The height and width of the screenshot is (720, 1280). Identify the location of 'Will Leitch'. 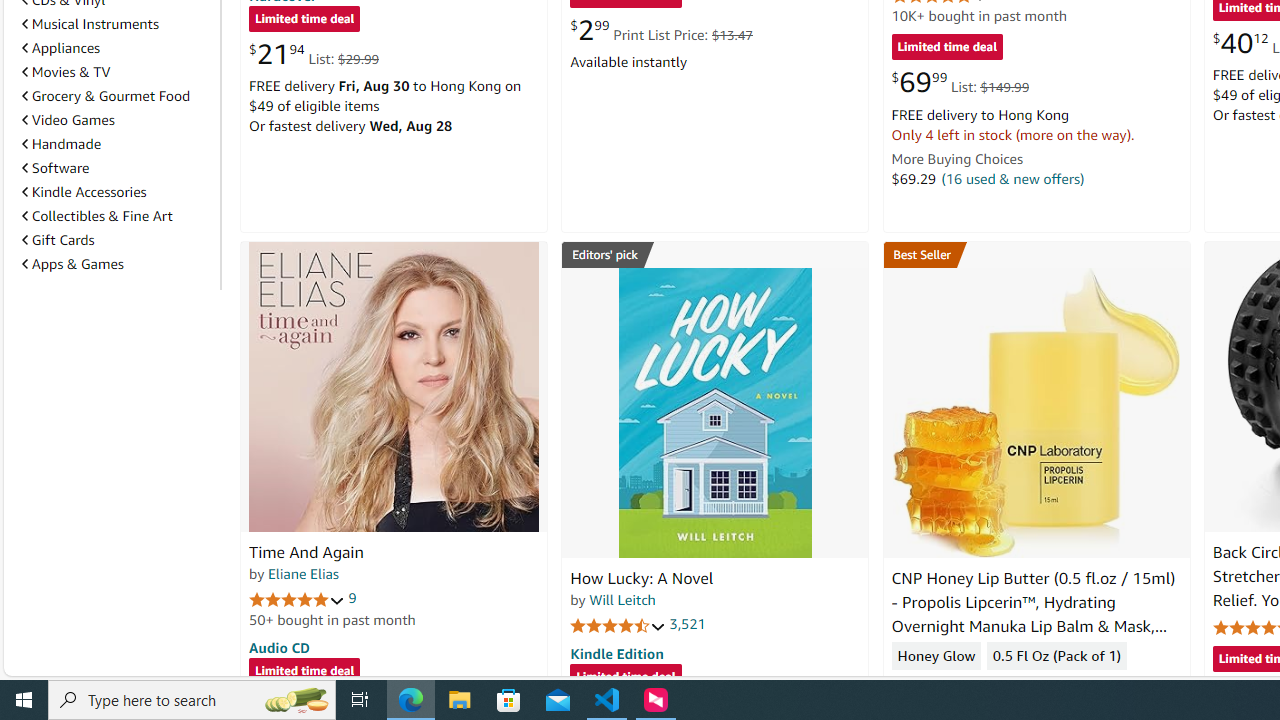
(621, 598).